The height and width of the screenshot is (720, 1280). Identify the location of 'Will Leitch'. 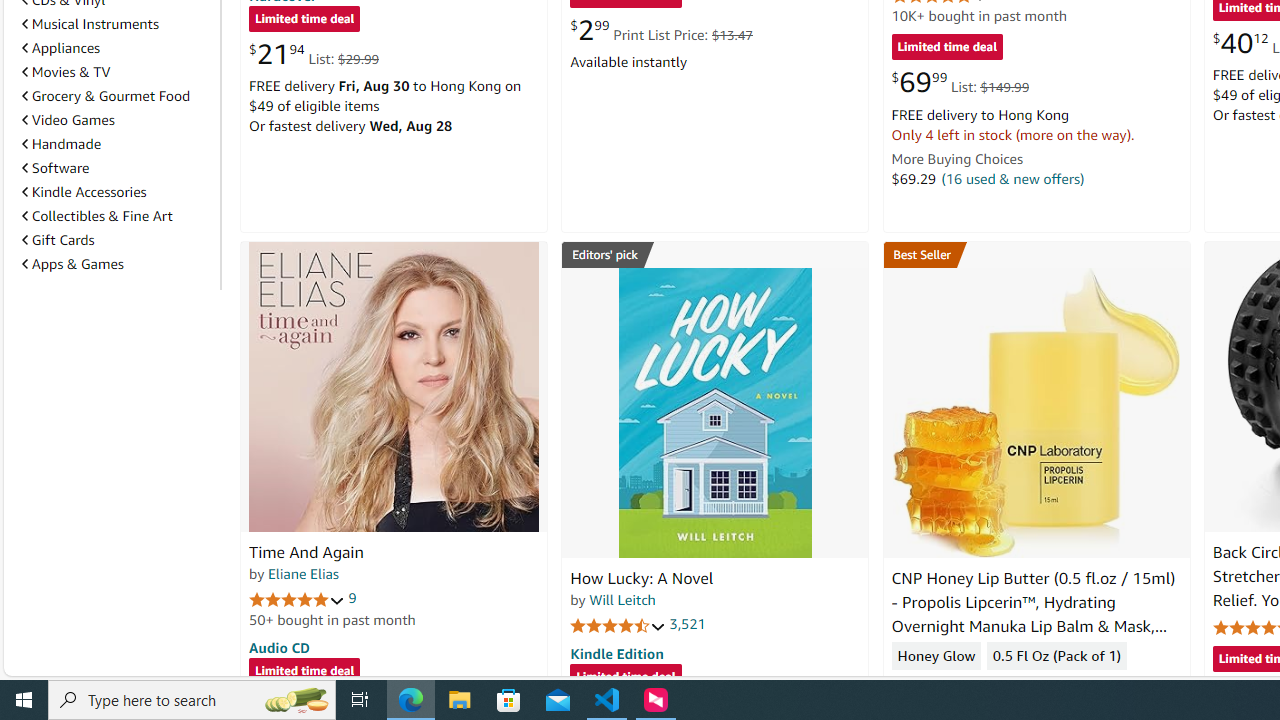
(621, 598).